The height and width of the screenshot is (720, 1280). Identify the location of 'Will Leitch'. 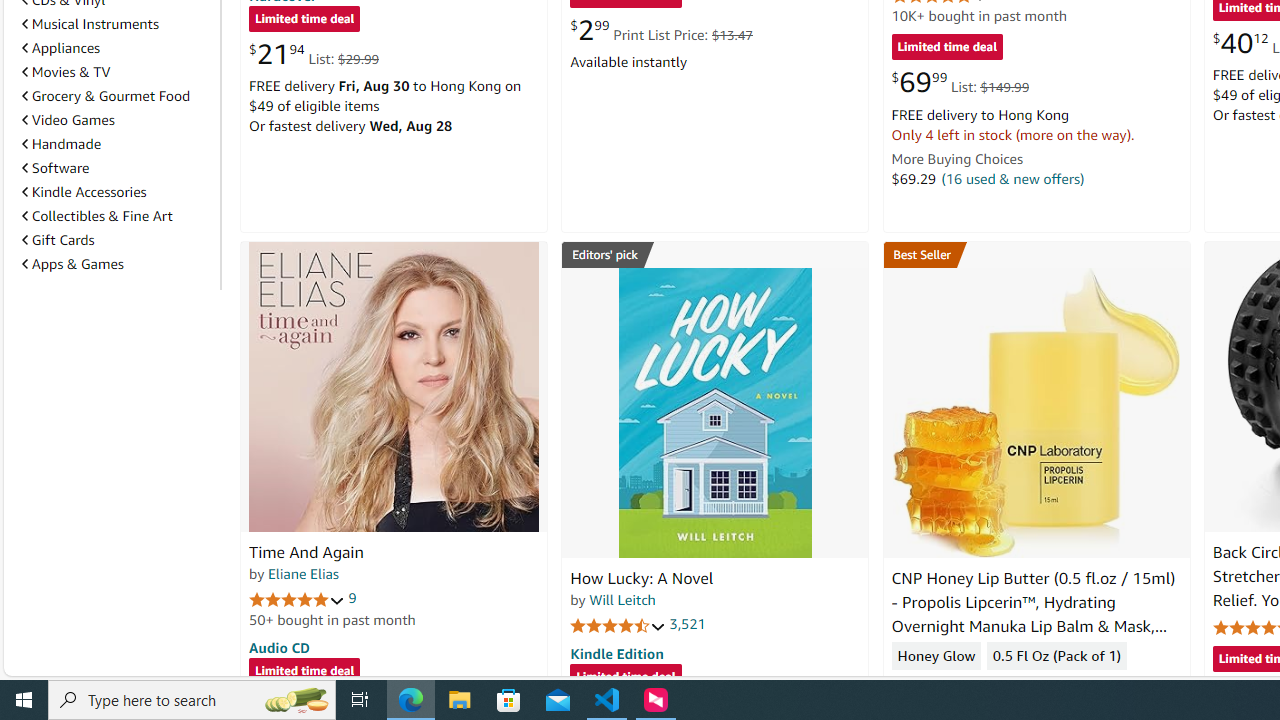
(621, 598).